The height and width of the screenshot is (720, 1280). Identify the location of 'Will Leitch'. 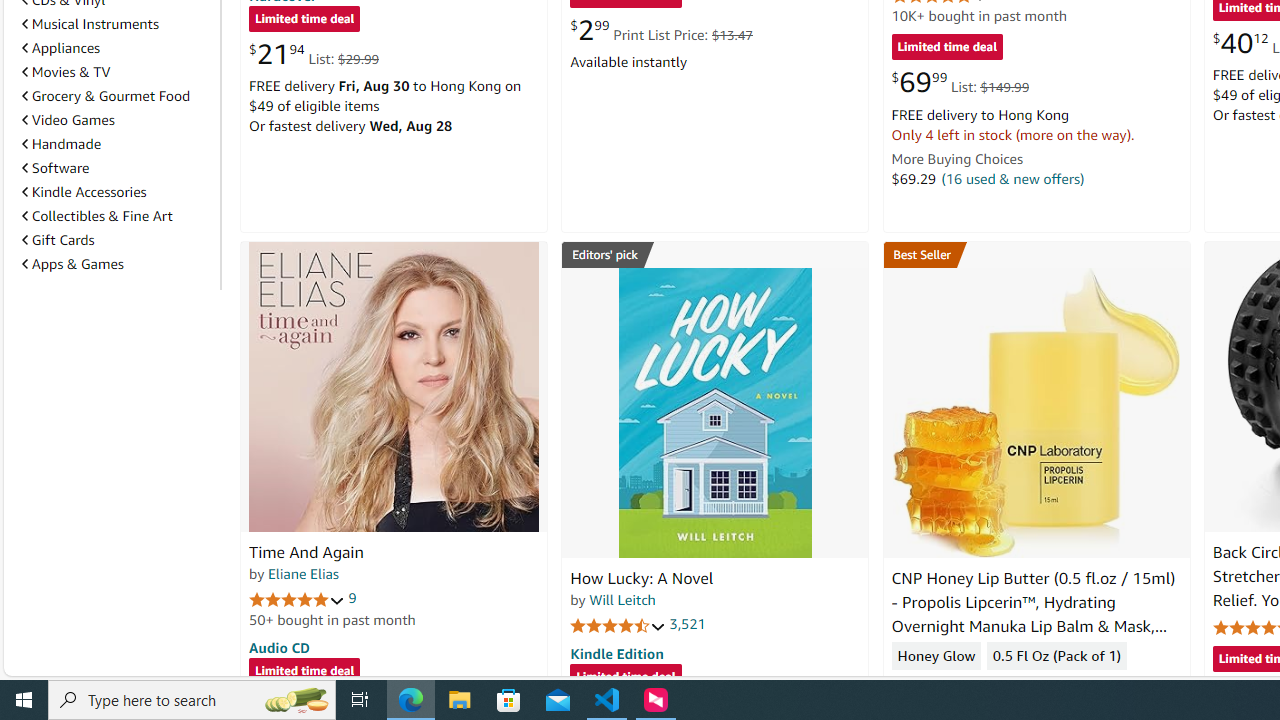
(621, 598).